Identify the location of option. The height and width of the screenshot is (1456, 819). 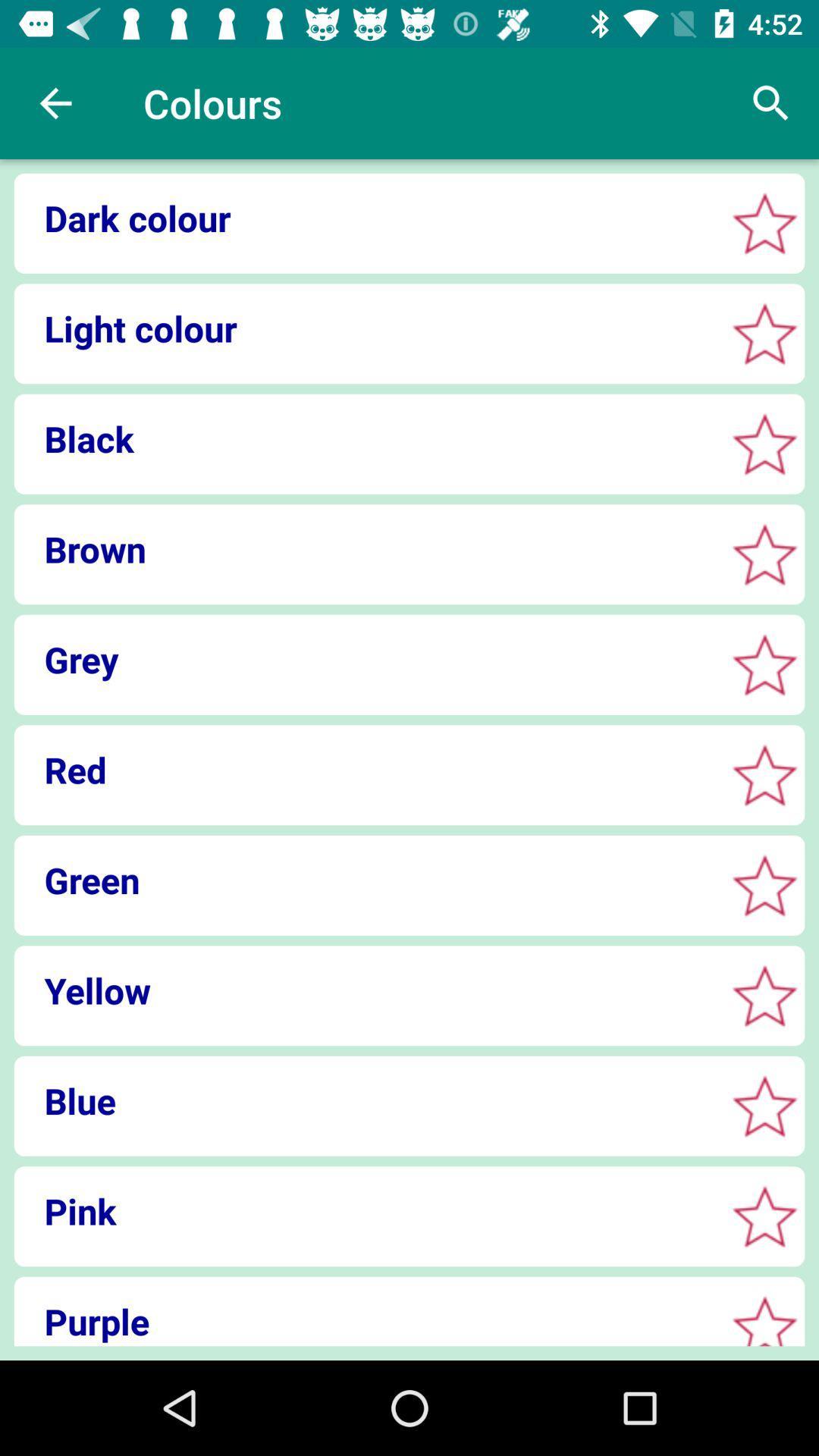
(764, 885).